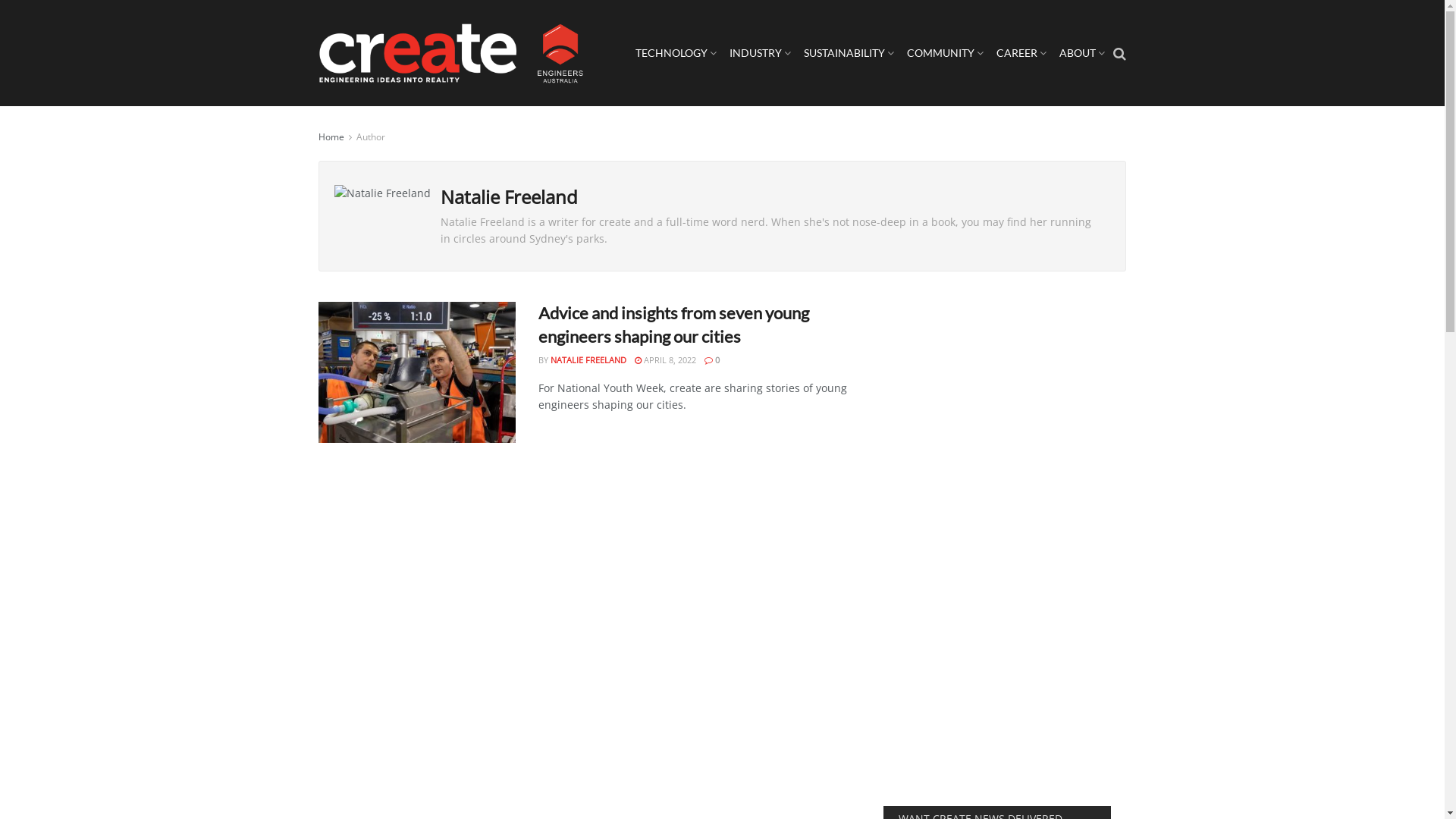  What do you see at coordinates (665, 359) in the screenshot?
I see `'APRIL 8, 2022'` at bounding box center [665, 359].